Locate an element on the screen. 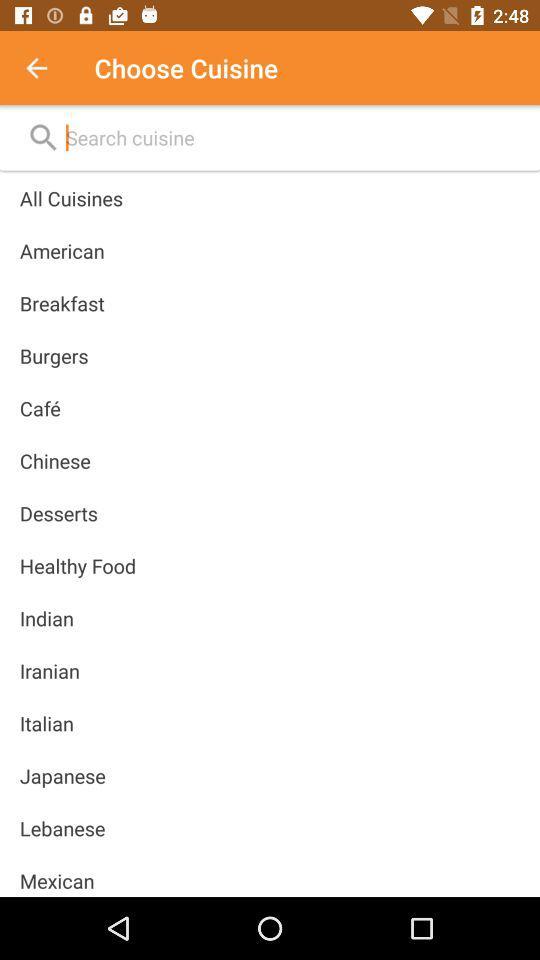 Image resolution: width=540 pixels, height=960 pixels. search bar is located at coordinates (291, 136).